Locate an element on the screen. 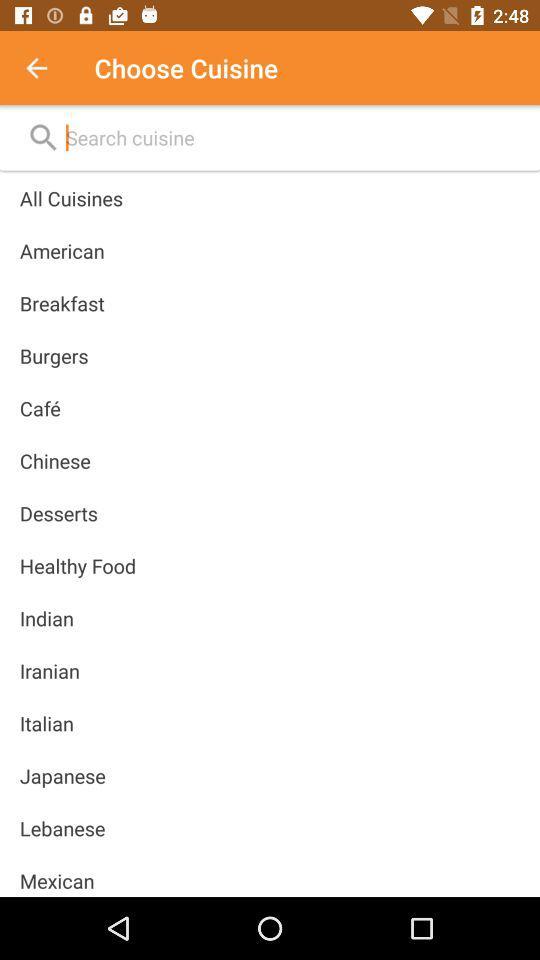 Image resolution: width=540 pixels, height=960 pixels. search bar is located at coordinates (291, 136).